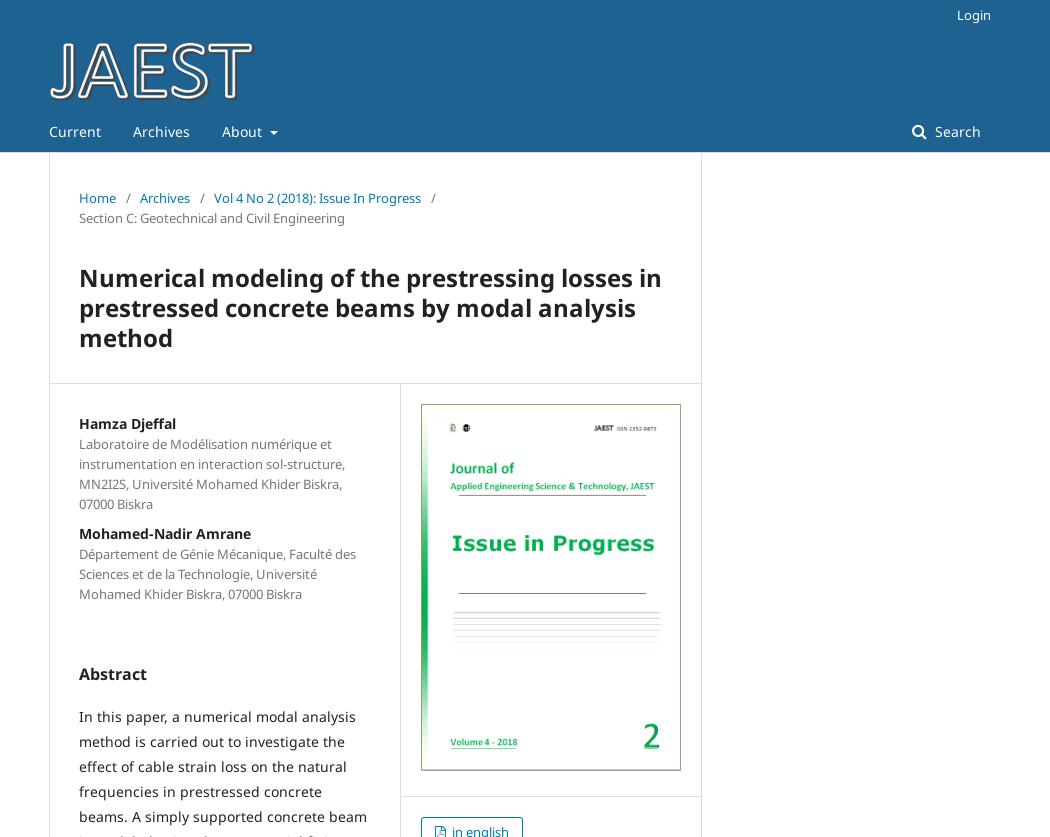 Image resolution: width=1050 pixels, height=837 pixels. What do you see at coordinates (78, 197) in the screenshot?
I see `'Home'` at bounding box center [78, 197].